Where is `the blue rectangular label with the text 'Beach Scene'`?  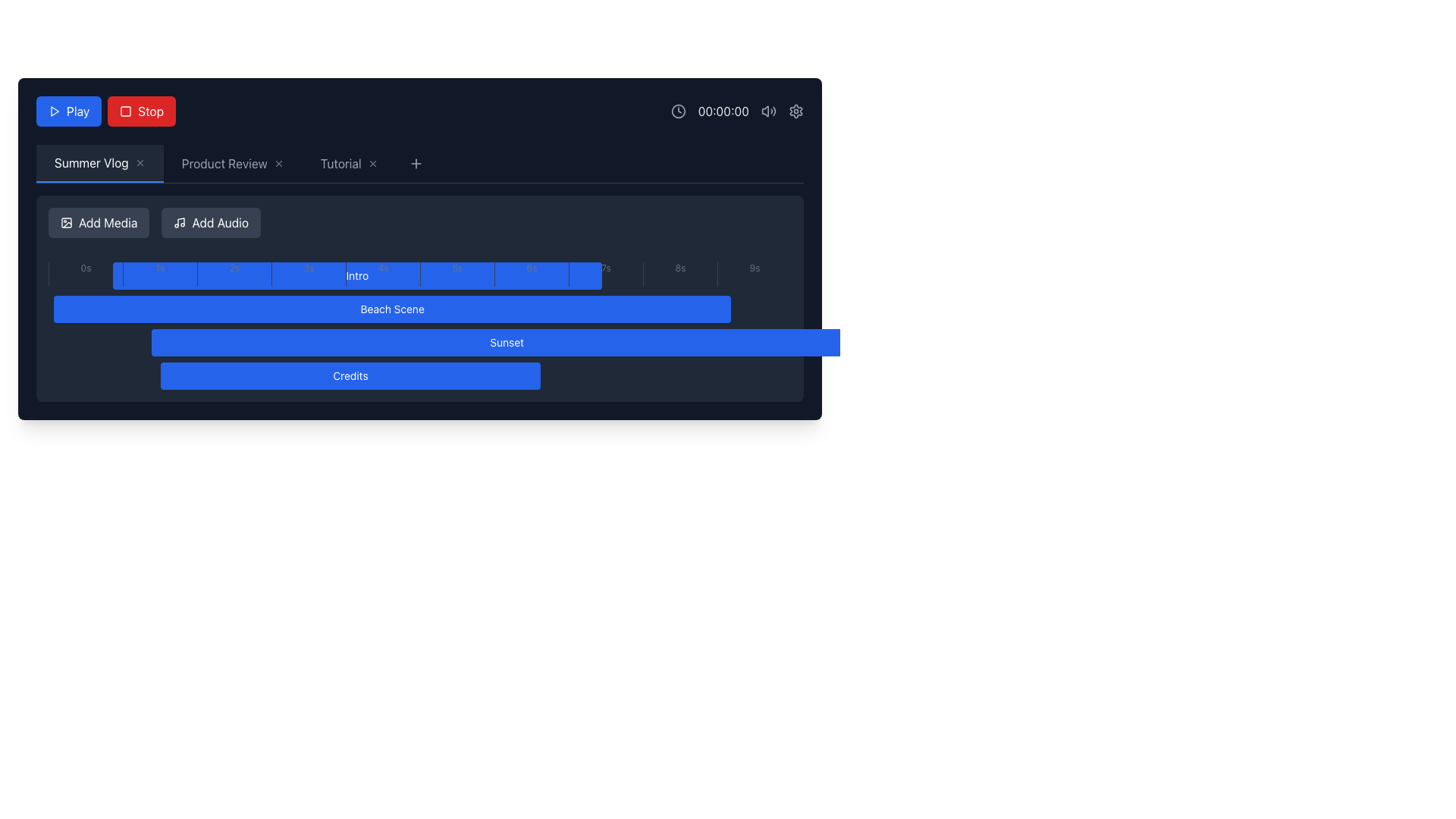 the blue rectangular label with the text 'Beach Scene' is located at coordinates (392, 309).